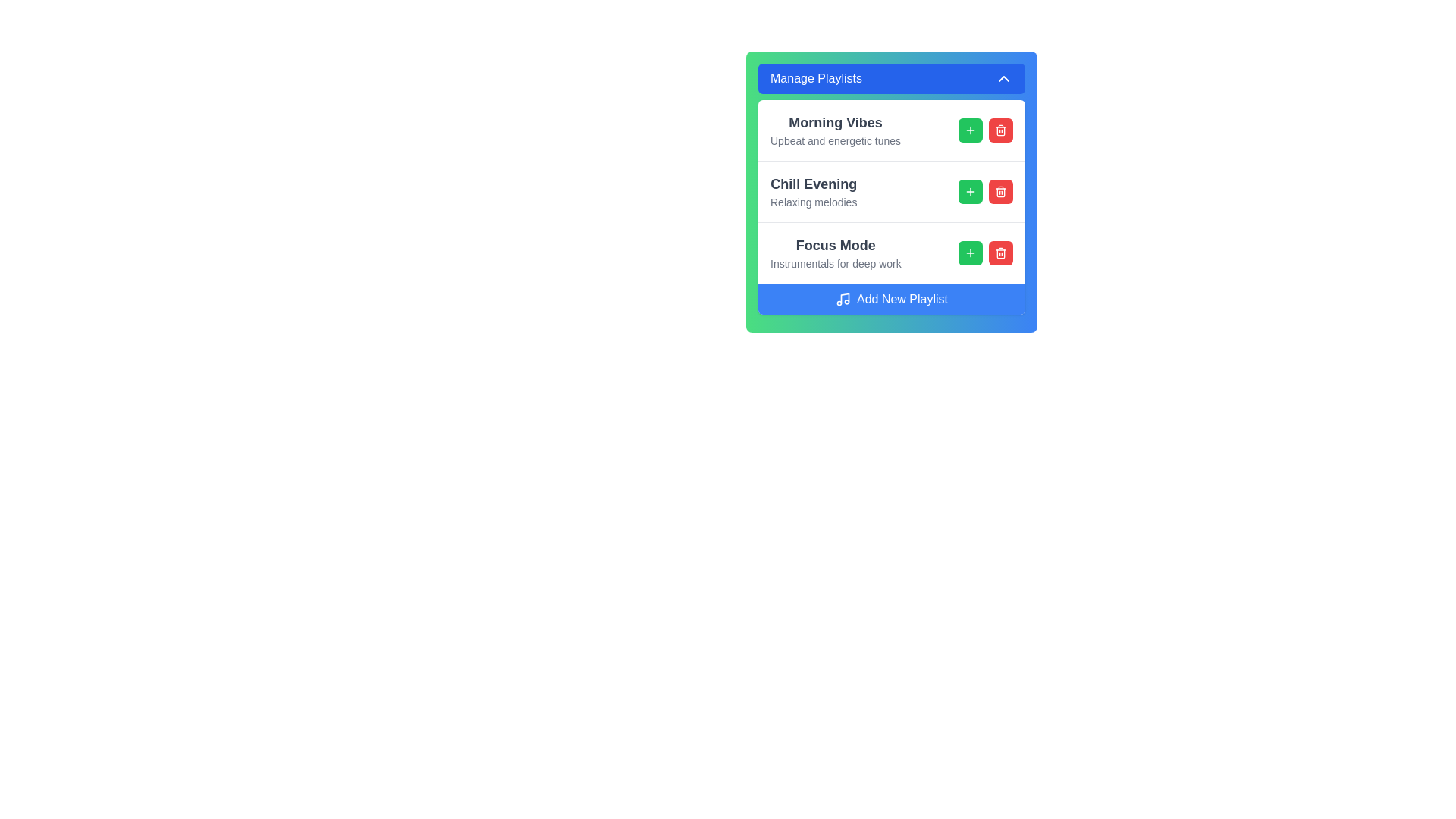 The image size is (1456, 819). Describe the element at coordinates (892, 79) in the screenshot. I see `the button at the top of the playlist management card` at that location.